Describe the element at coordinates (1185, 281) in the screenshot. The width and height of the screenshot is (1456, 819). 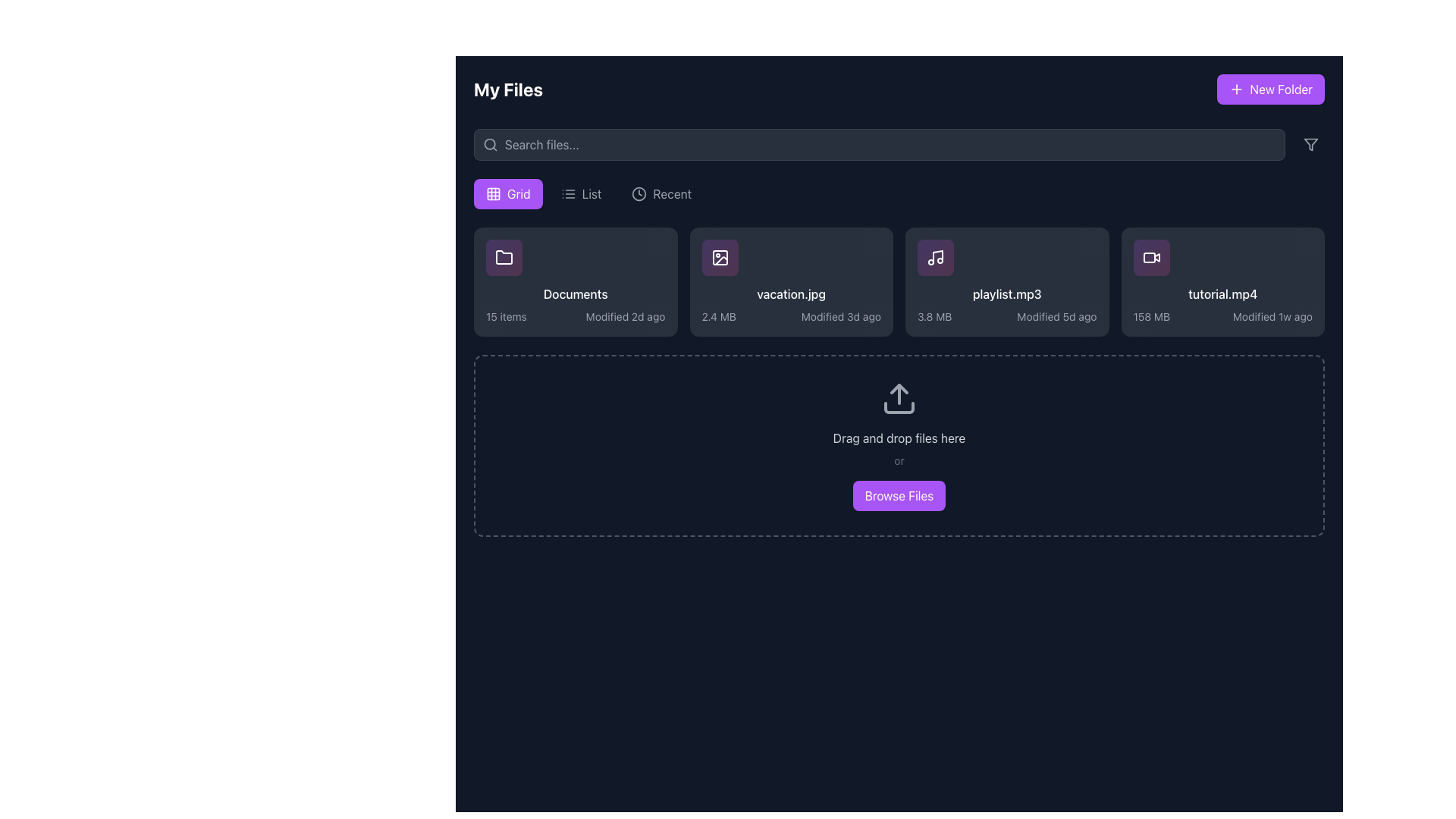
I see `the circular download button with a semi-transparent white background located in the top-right corner of the fourth item titled 'tutorial.mp4' to initiate a download` at that location.